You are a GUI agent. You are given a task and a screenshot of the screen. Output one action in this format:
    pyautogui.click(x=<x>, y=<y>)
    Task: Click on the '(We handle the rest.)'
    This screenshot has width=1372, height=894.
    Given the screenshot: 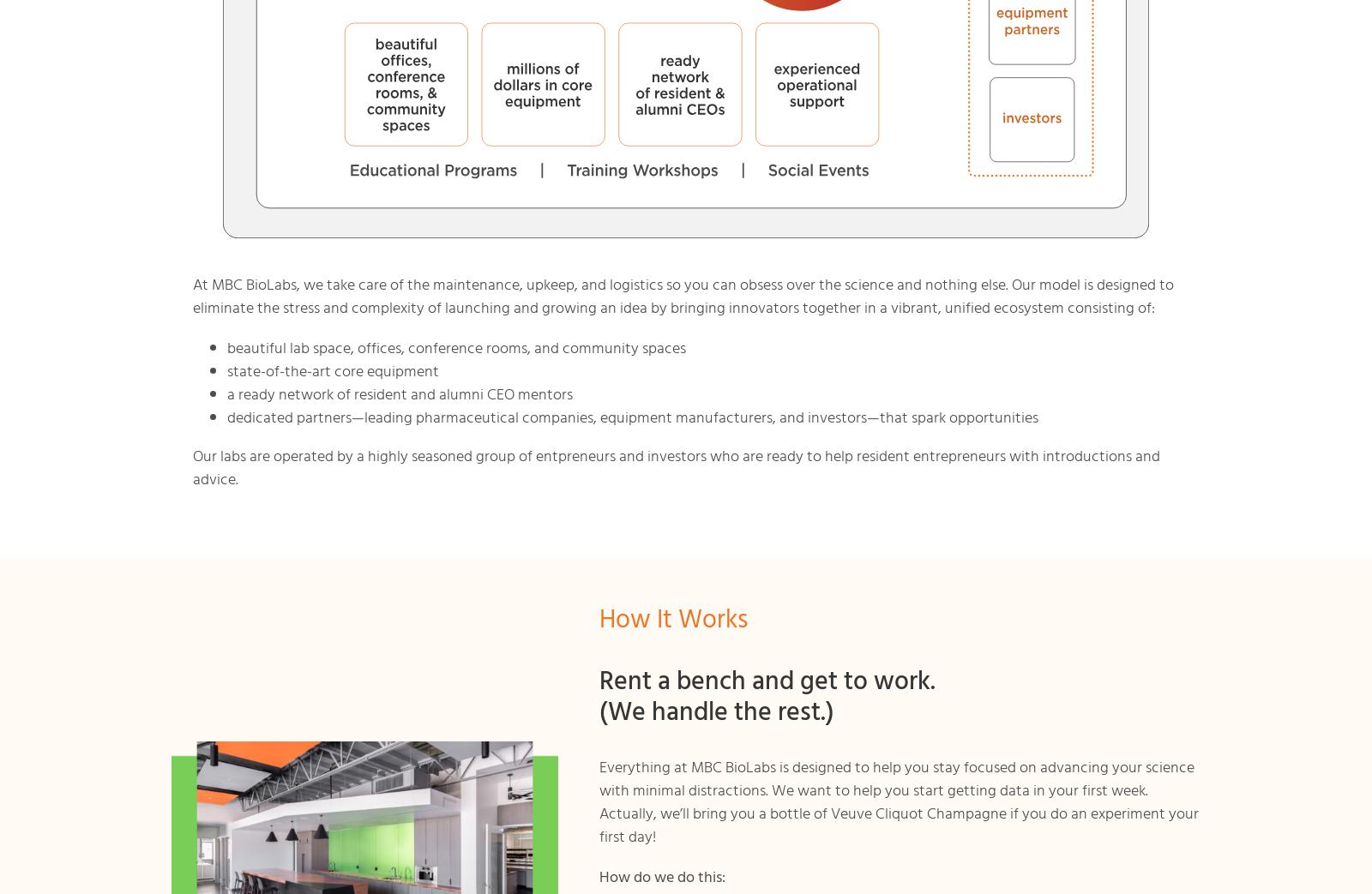 What is the action you would take?
    pyautogui.click(x=599, y=713)
    